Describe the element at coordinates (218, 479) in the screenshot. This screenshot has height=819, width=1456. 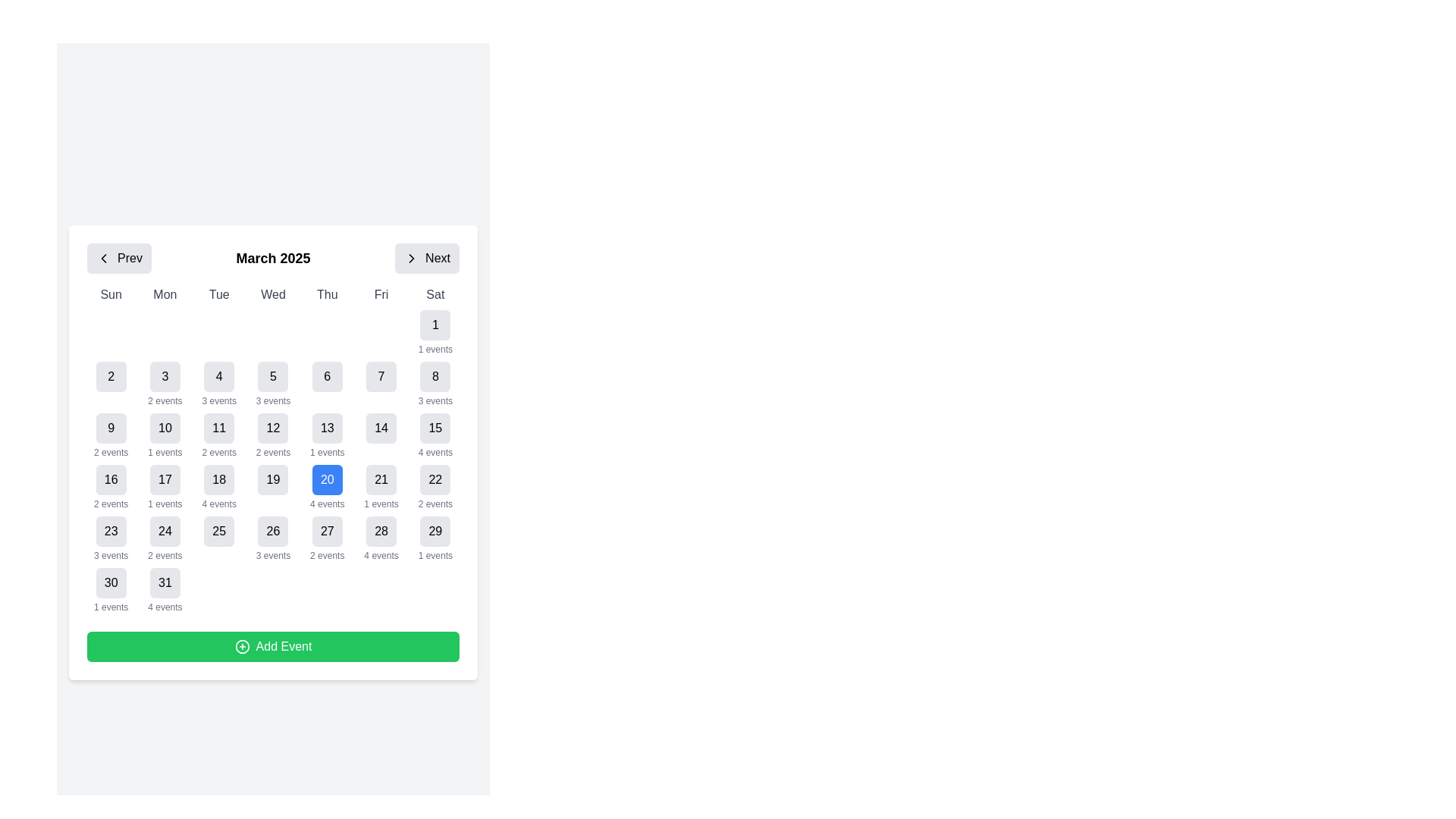
I see `the clickable button representing the date '18' in the calendar for March 2025` at that location.